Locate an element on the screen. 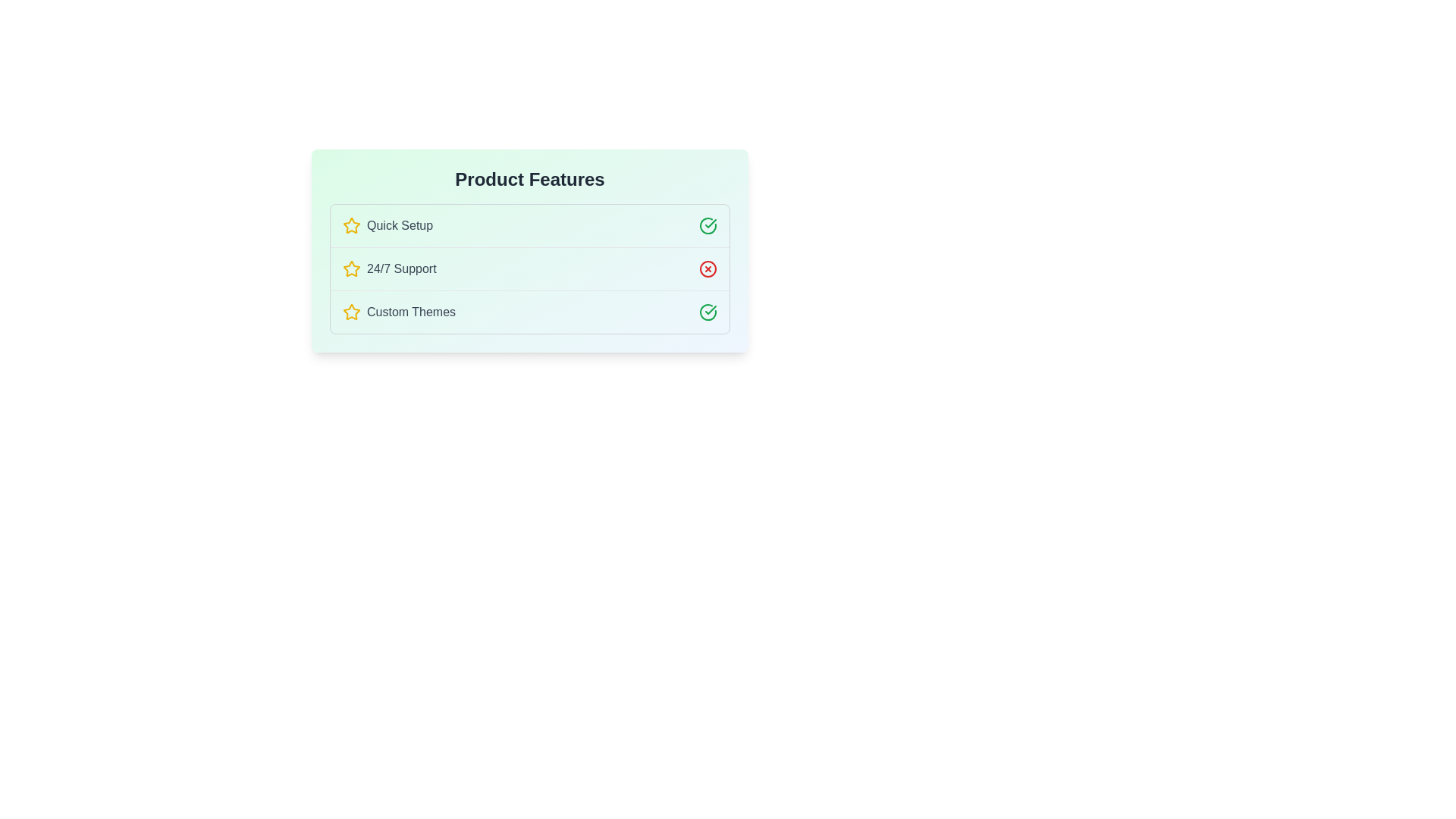 This screenshot has height=819, width=1456. star icon next to the feature named Custom Themes is located at coordinates (351, 312).